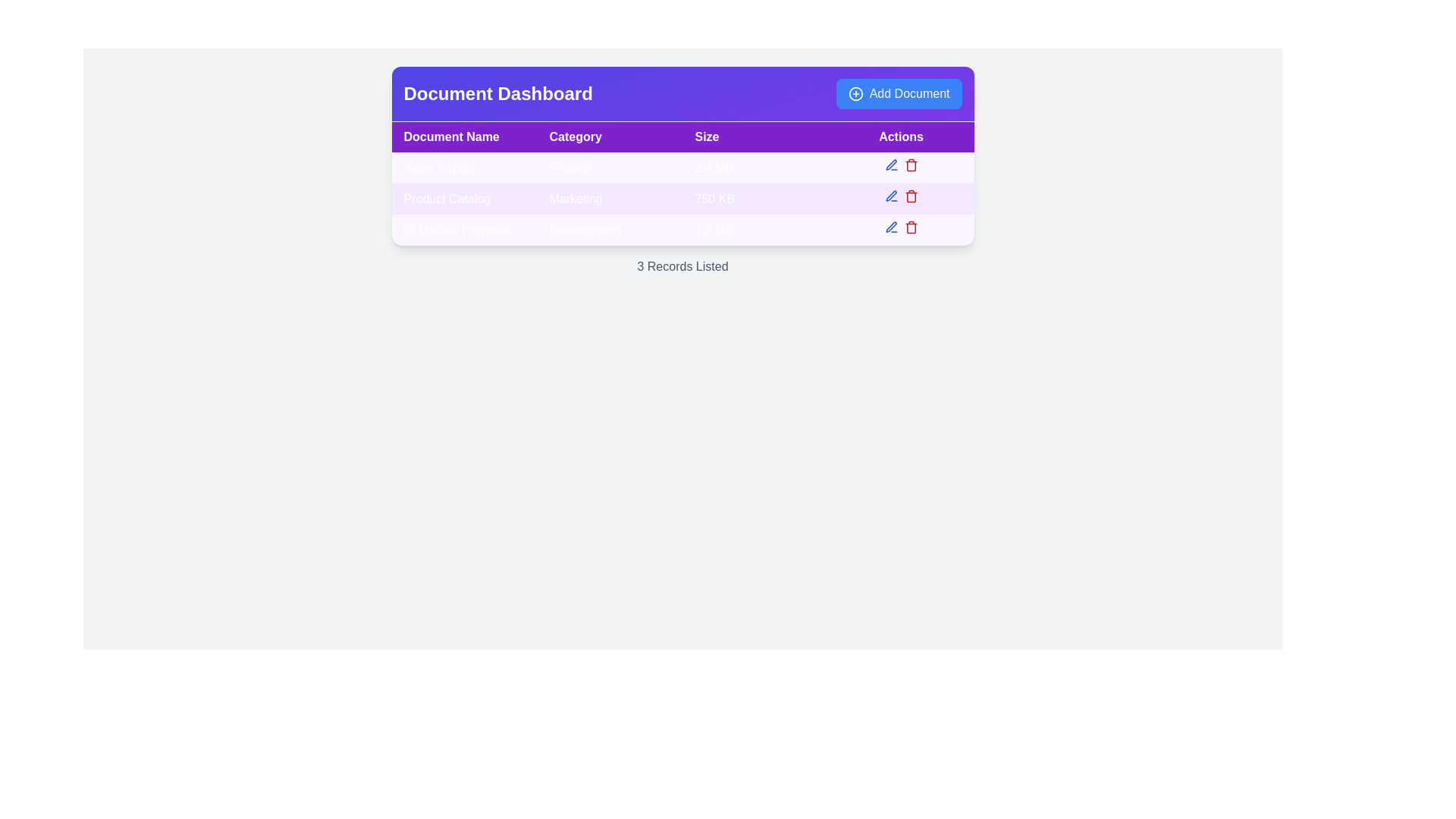  What do you see at coordinates (910, 228) in the screenshot?
I see `the trash can icon in the 'Actions' column of the third row ('UI Update Proposal') in the table` at bounding box center [910, 228].